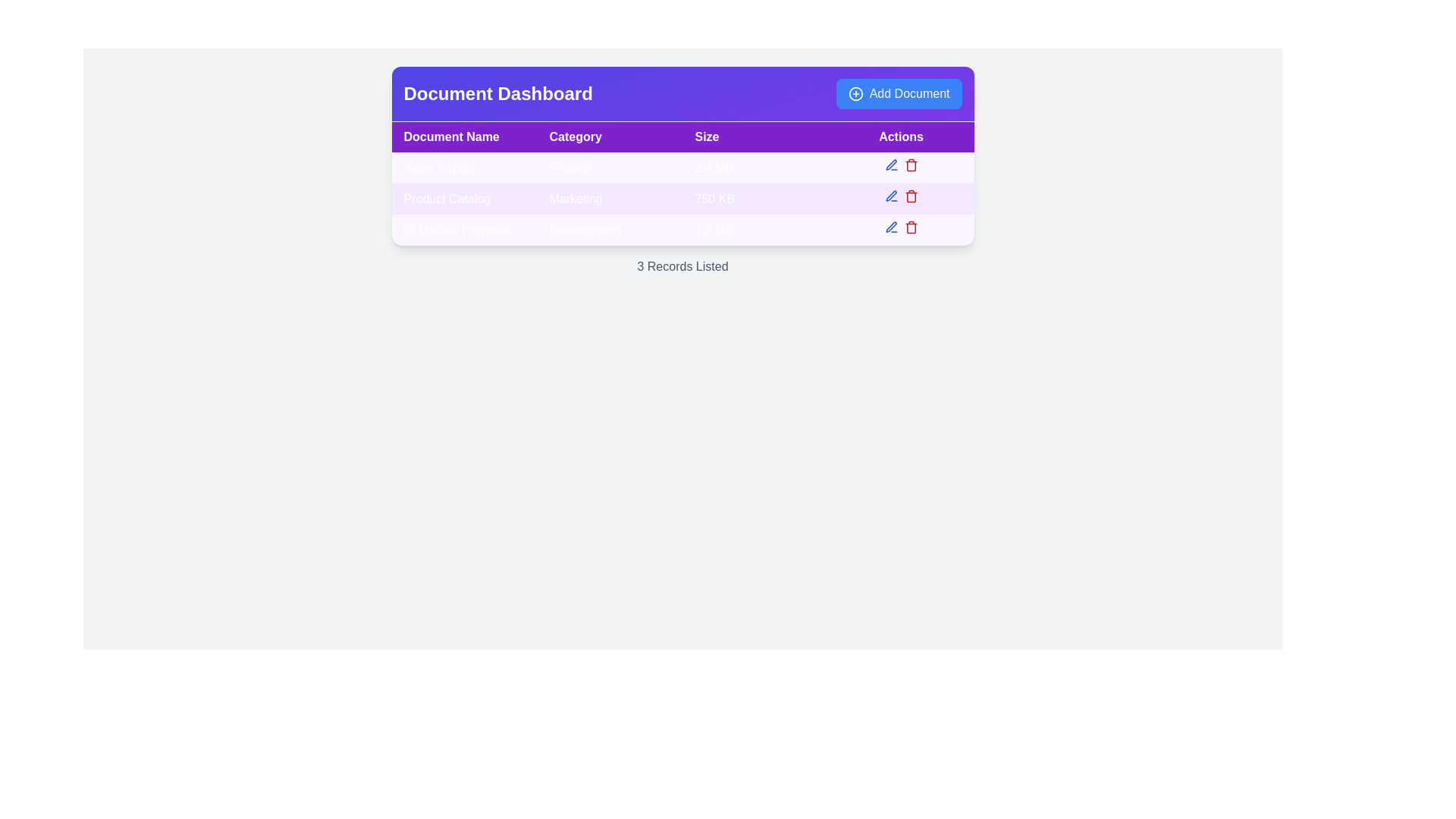  What do you see at coordinates (910, 228) in the screenshot?
I see `the trash can icon in the 'Actions' column of the third row ('UI Update Proposal') in the table` at bounding box center [910, 228].